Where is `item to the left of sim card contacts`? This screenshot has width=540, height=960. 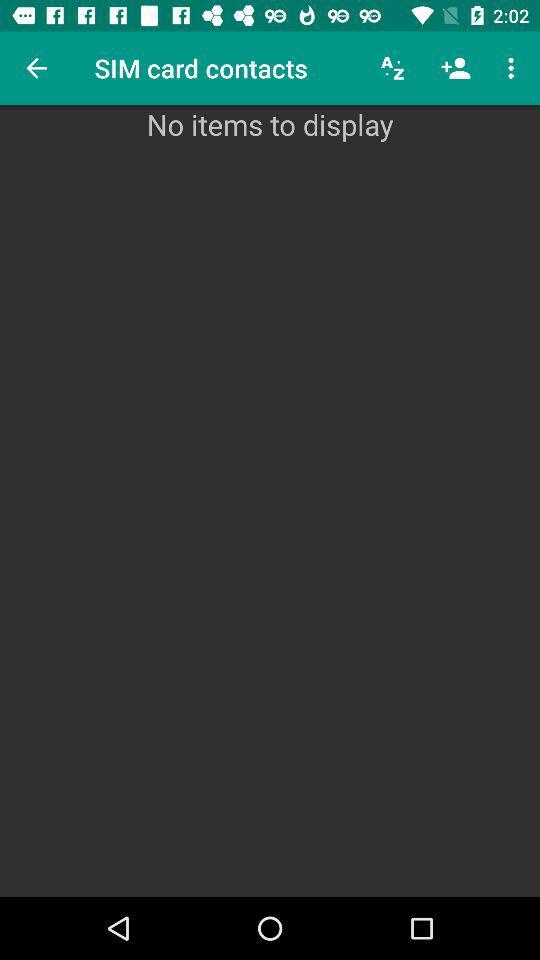 item to the left of sim card contacts is located at coordinates (36, 68).